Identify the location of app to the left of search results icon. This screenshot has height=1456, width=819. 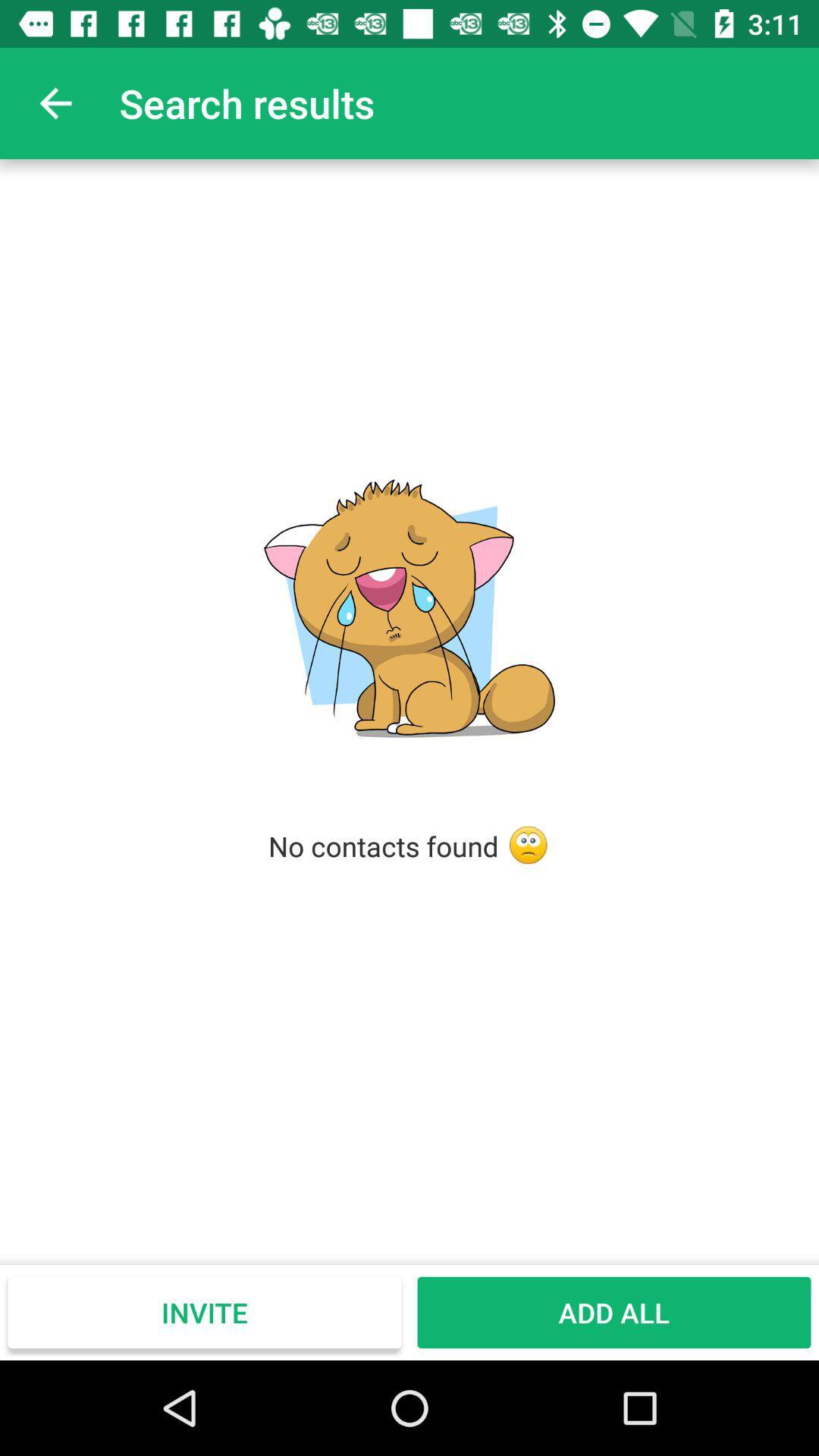
(55, 102).